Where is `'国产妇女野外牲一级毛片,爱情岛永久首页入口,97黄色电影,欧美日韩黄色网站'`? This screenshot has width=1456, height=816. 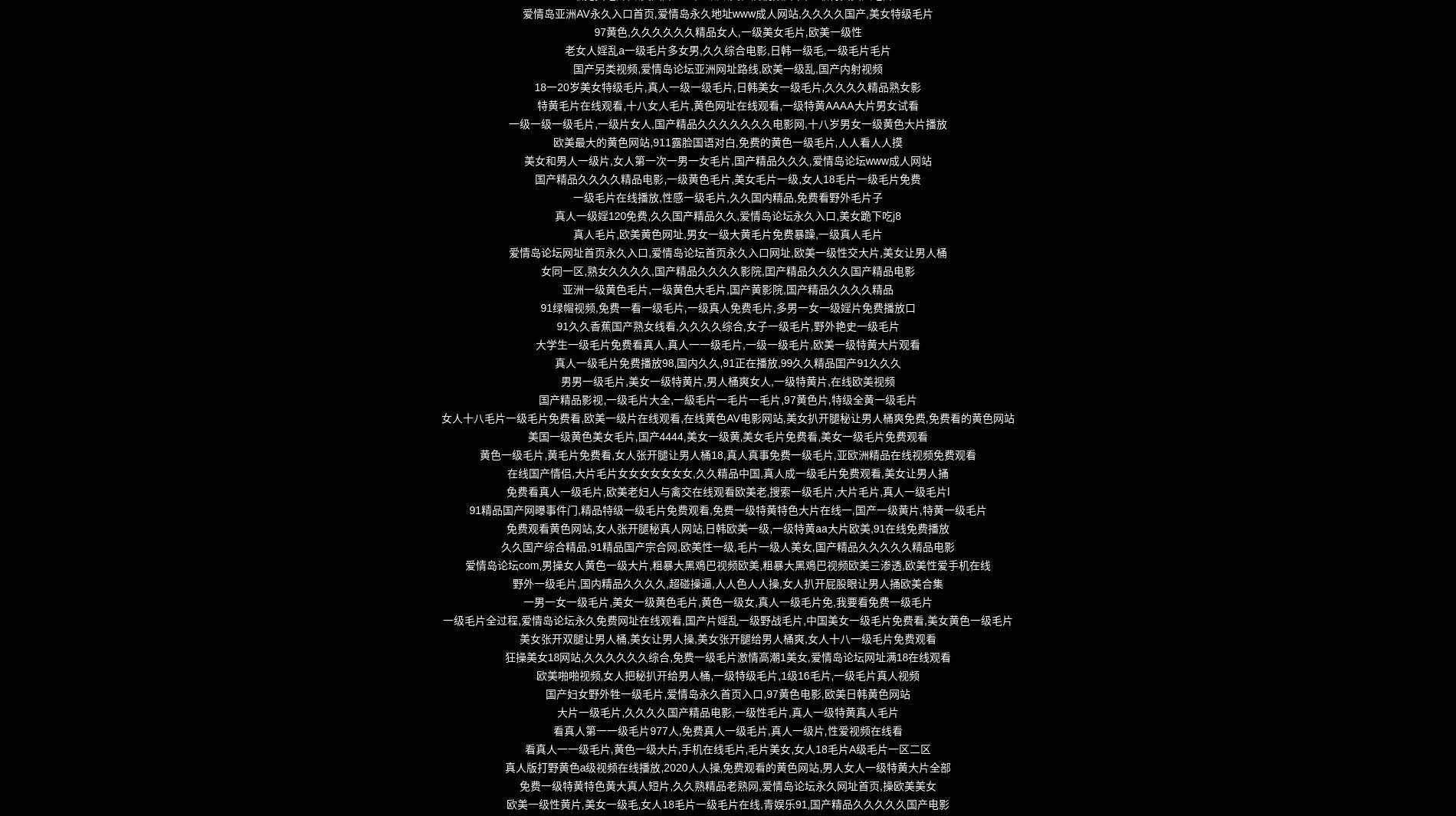
'国产妇女野外牲一级毛片,爱情岛永久首页入口,97黄色电影,欧美日韩黄色网站' is located at coordinates (726, 693).